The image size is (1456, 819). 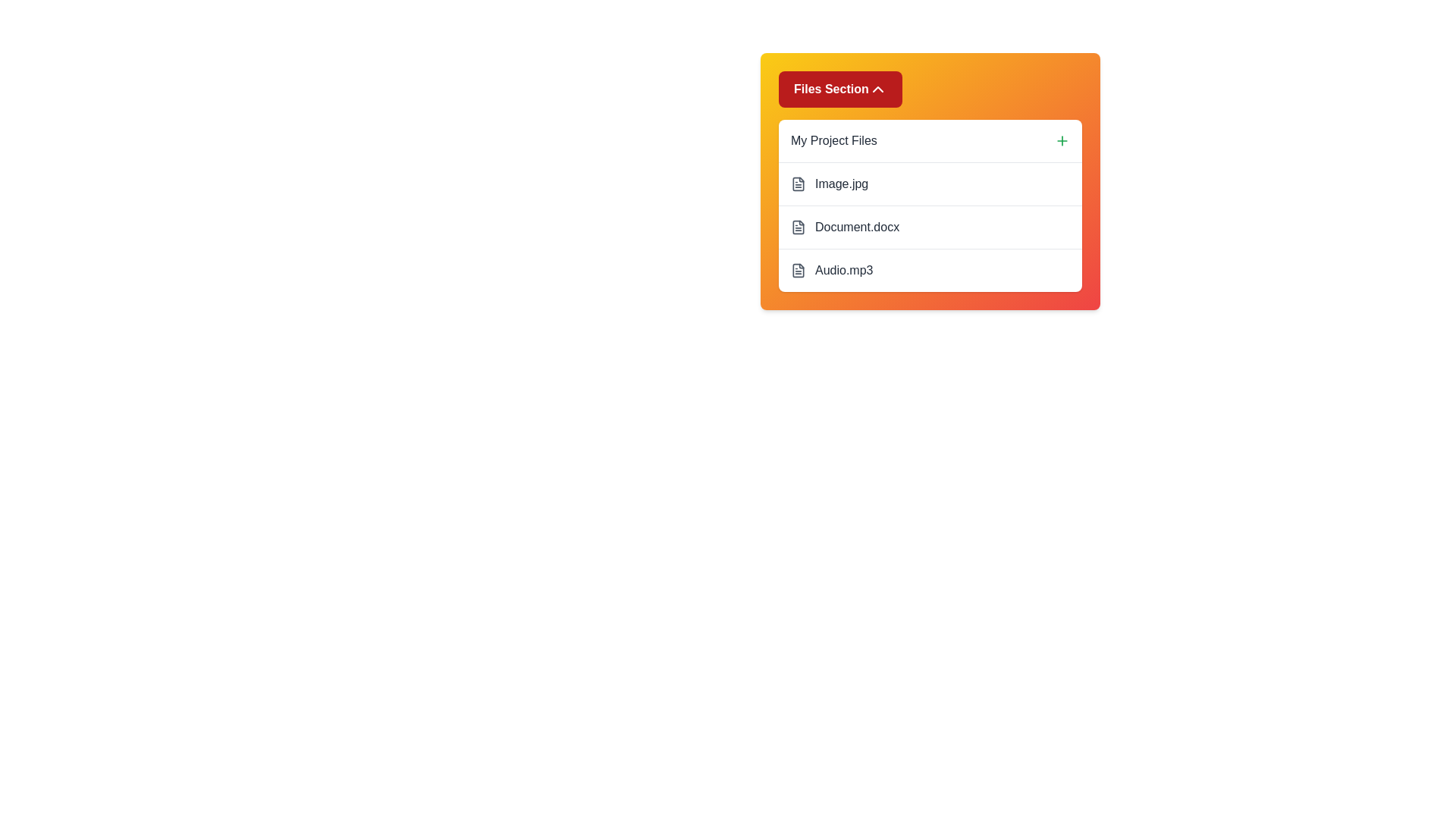 What do you see at coordinates (1062, 140) in the screenshot?
I see `the '+' icon to add a new file` at bounding box center [1062, 140].